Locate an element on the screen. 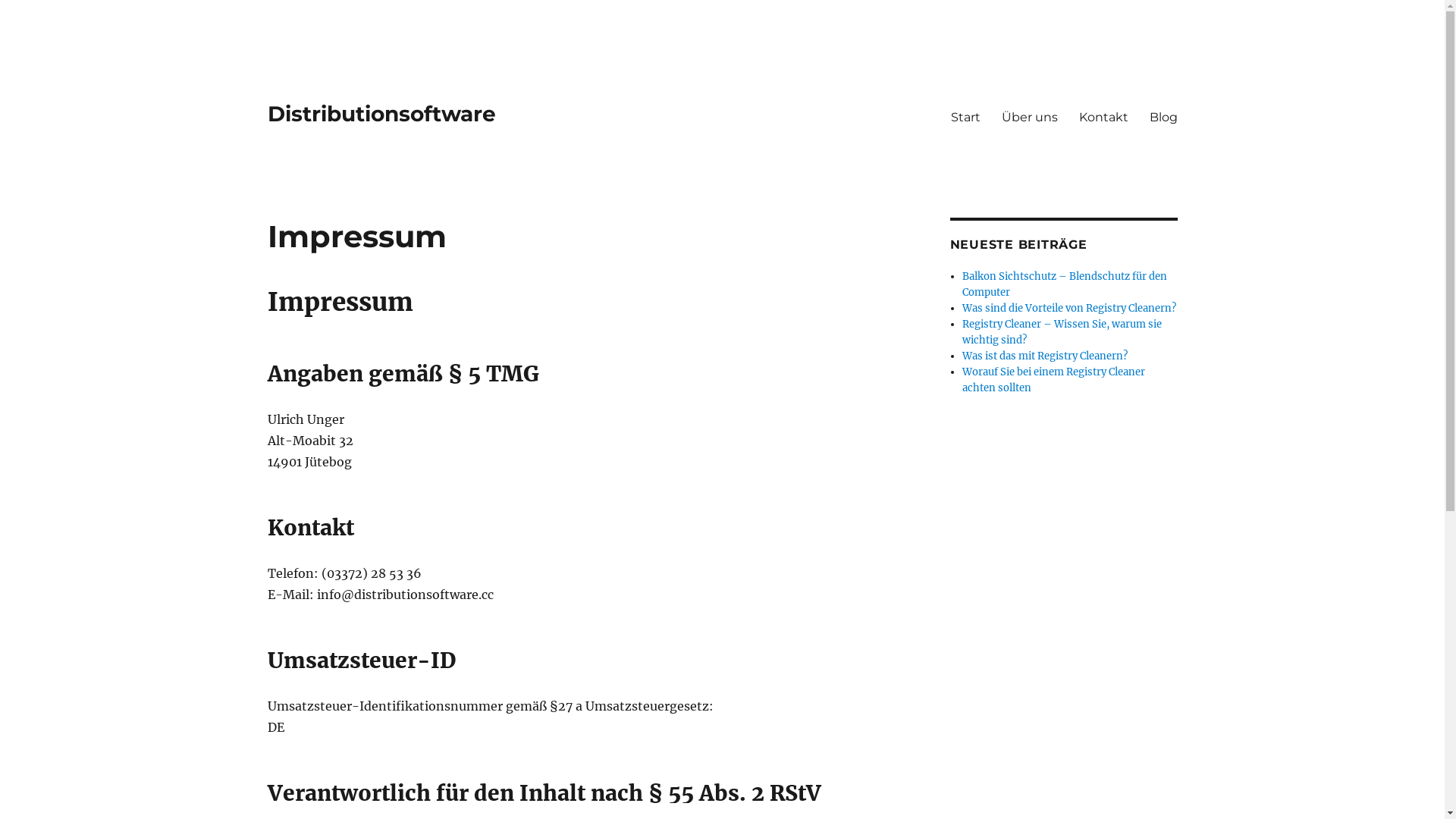 The height and width of the screenshot is (819, 1456). 'Start' is located at coordinates (965, 116).